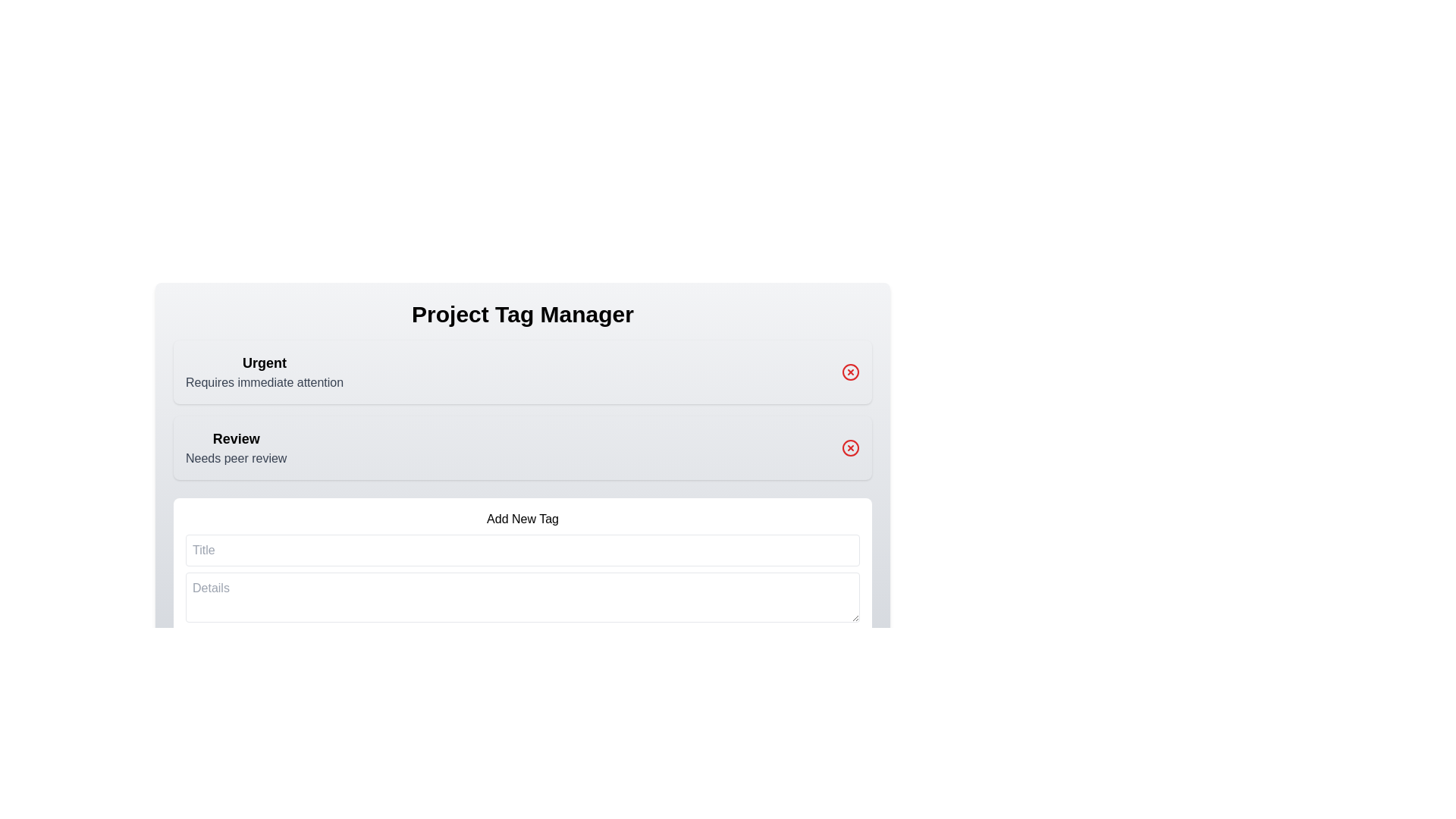 The height and width of the screenshot is (819, 1456). What do you see at coordinates (206, 654) in the screenshot?
I see `the Circular SVG graphical element that visually represents a '+' symbol, located below the 'Add New Tag' area in the bottom-left corner of the interface` at bounding box center [206, 654].